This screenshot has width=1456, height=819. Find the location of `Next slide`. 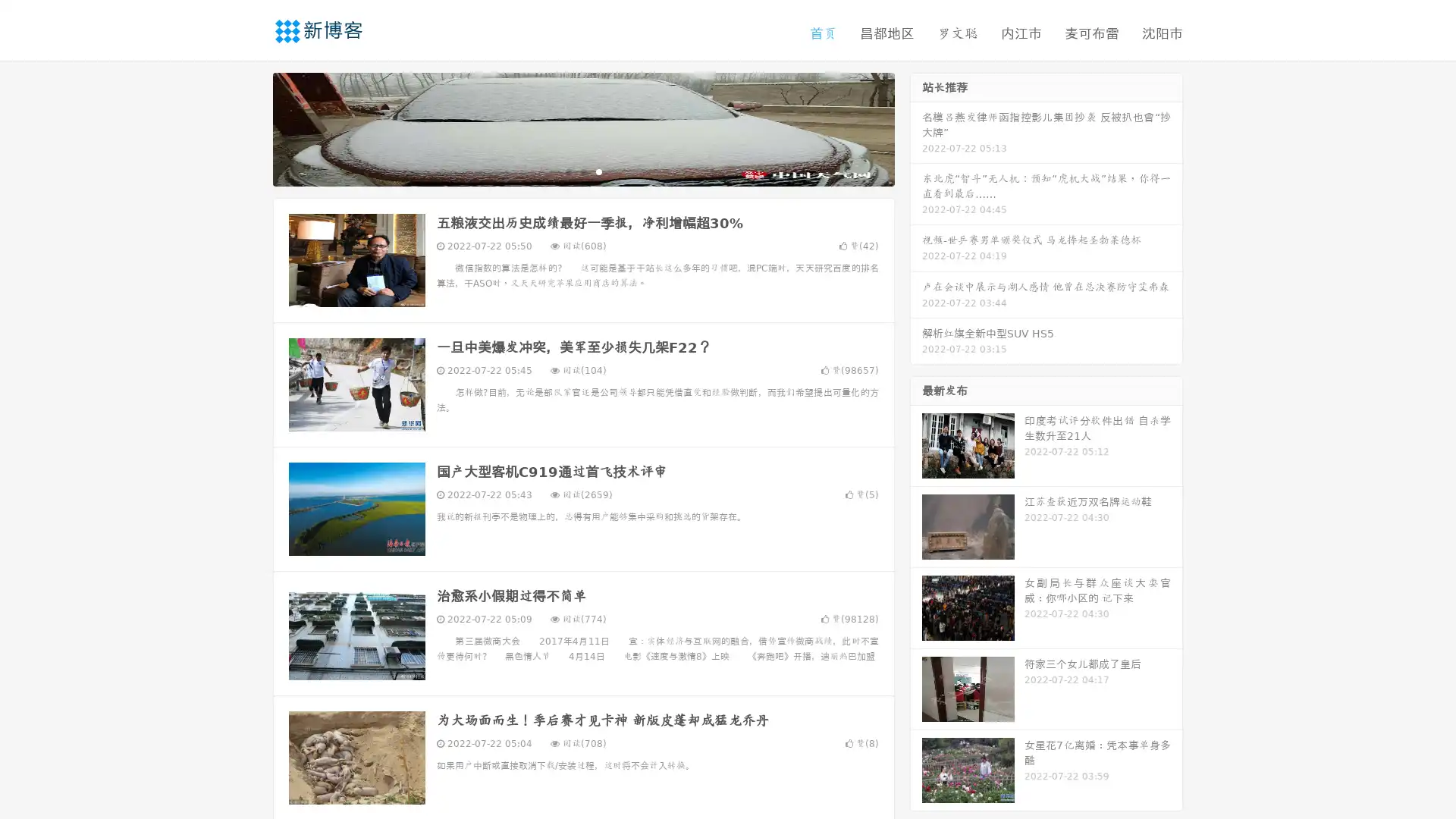

Next slide is located at coordinates (916, 127).